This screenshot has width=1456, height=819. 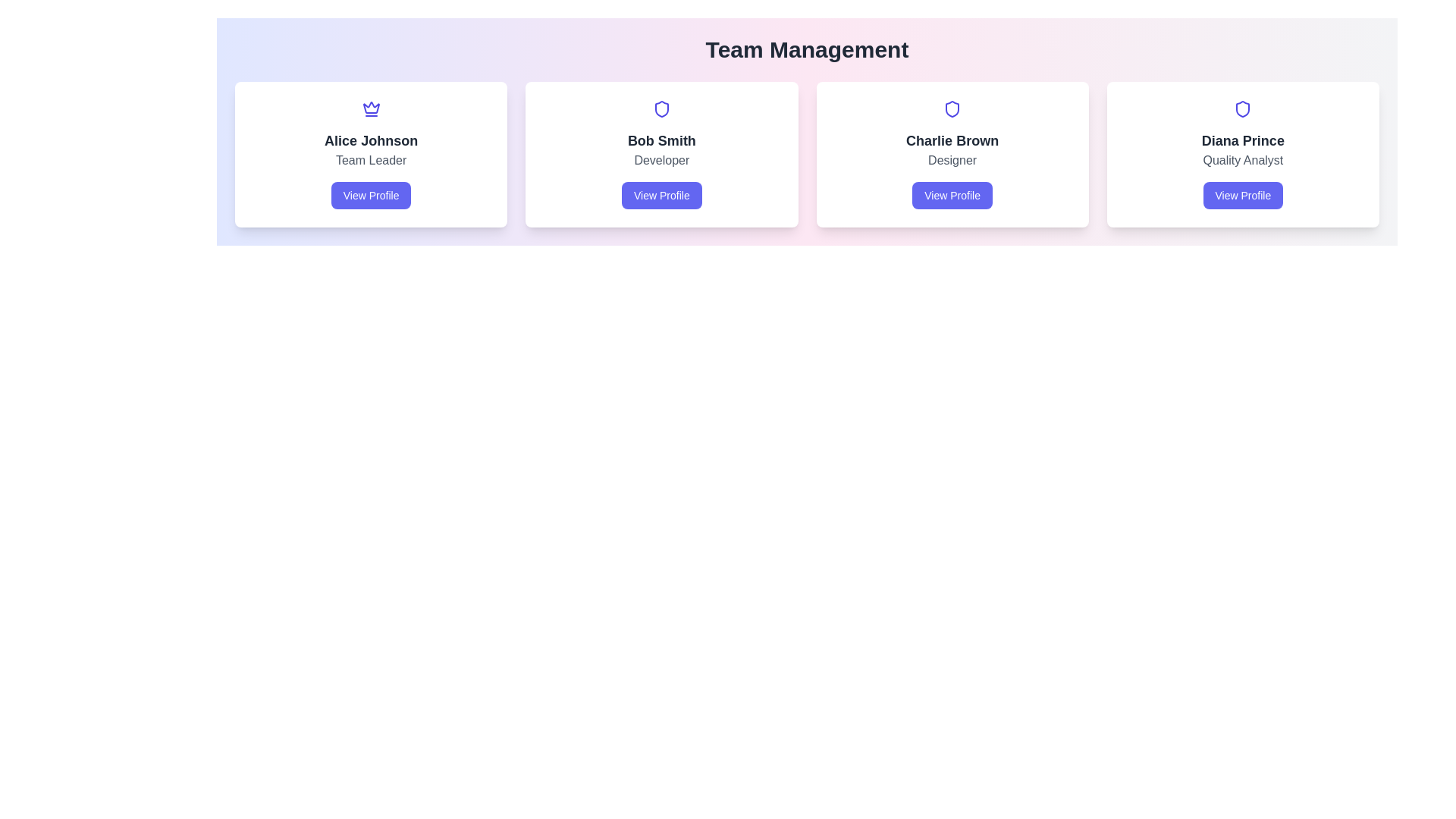 I want to click on the shield-shaped blue outlined icon located above the text 'Diana Prince' in the fourth card of the layout, so click(x=1243, y=108).